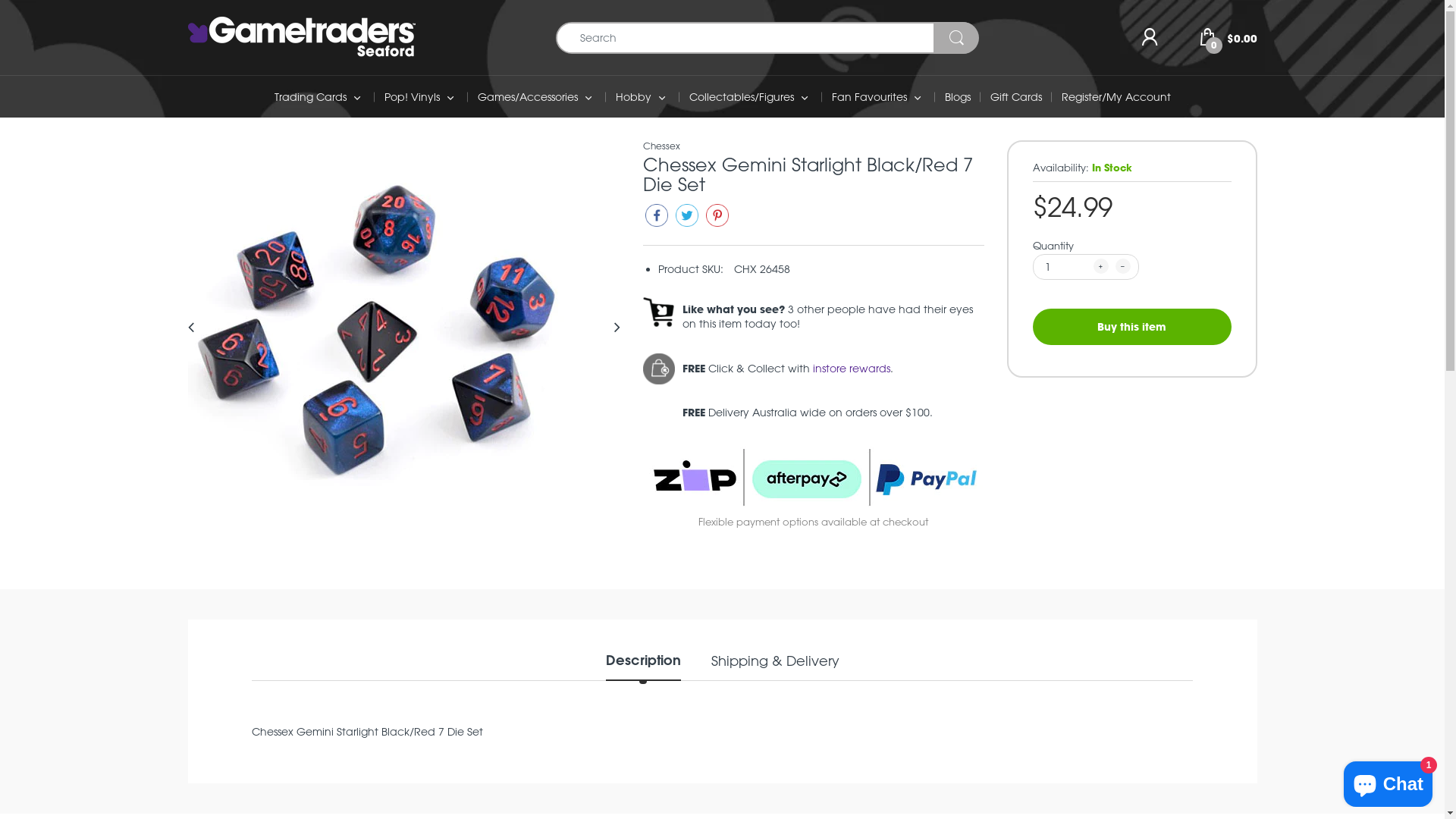 This screenshot has width=1456, height=819. I want to click on 'gametradersseaford.com.au', so click(302, 35).